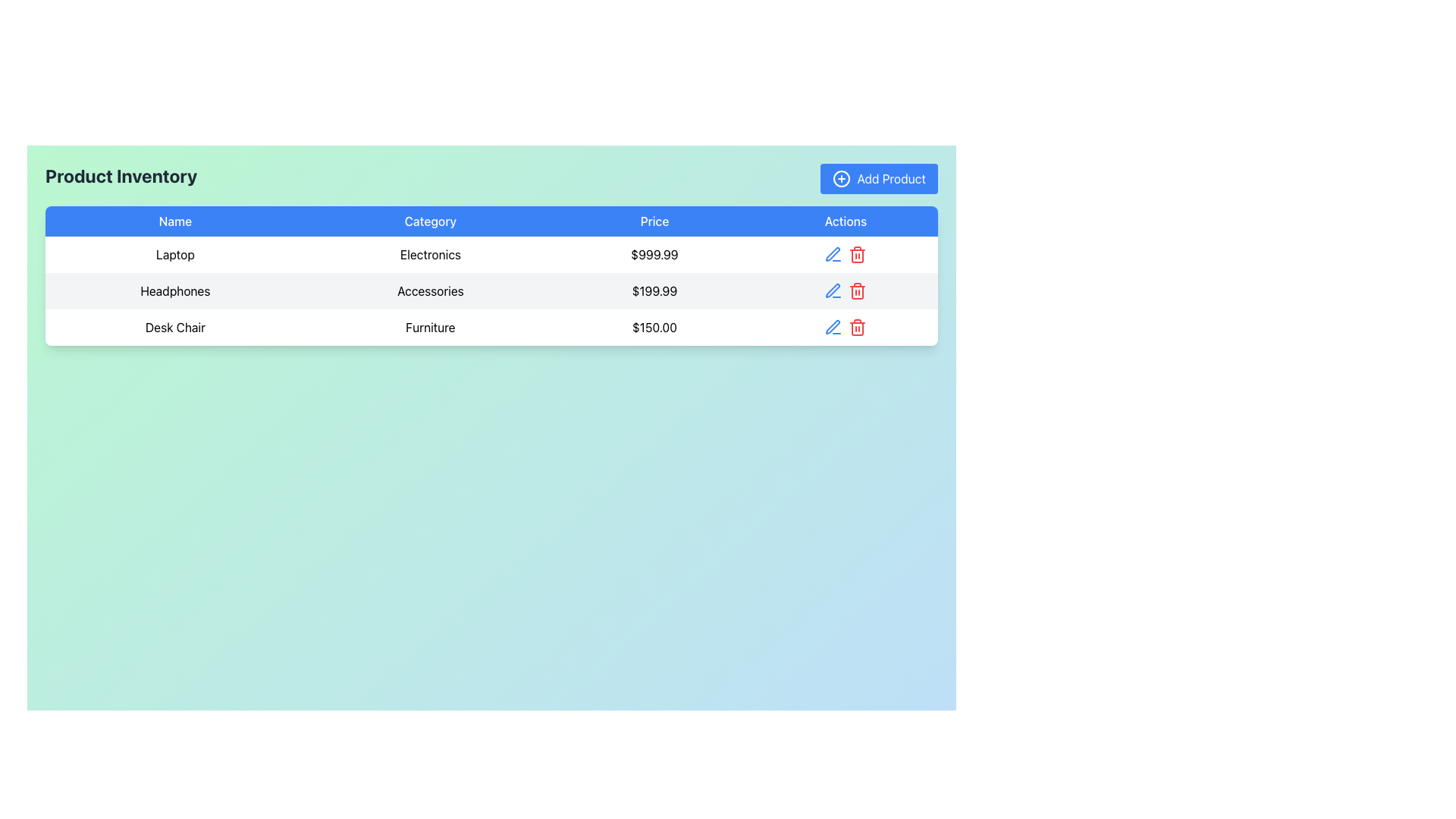 Image resolution: width=1456 pixels, height=819 pixels. What do you see at coordinates (845, 327) in the screenshot?
I see `the interactive icons in the 'Actions' column of the last data row in the table` at bounding box center [845, 327].